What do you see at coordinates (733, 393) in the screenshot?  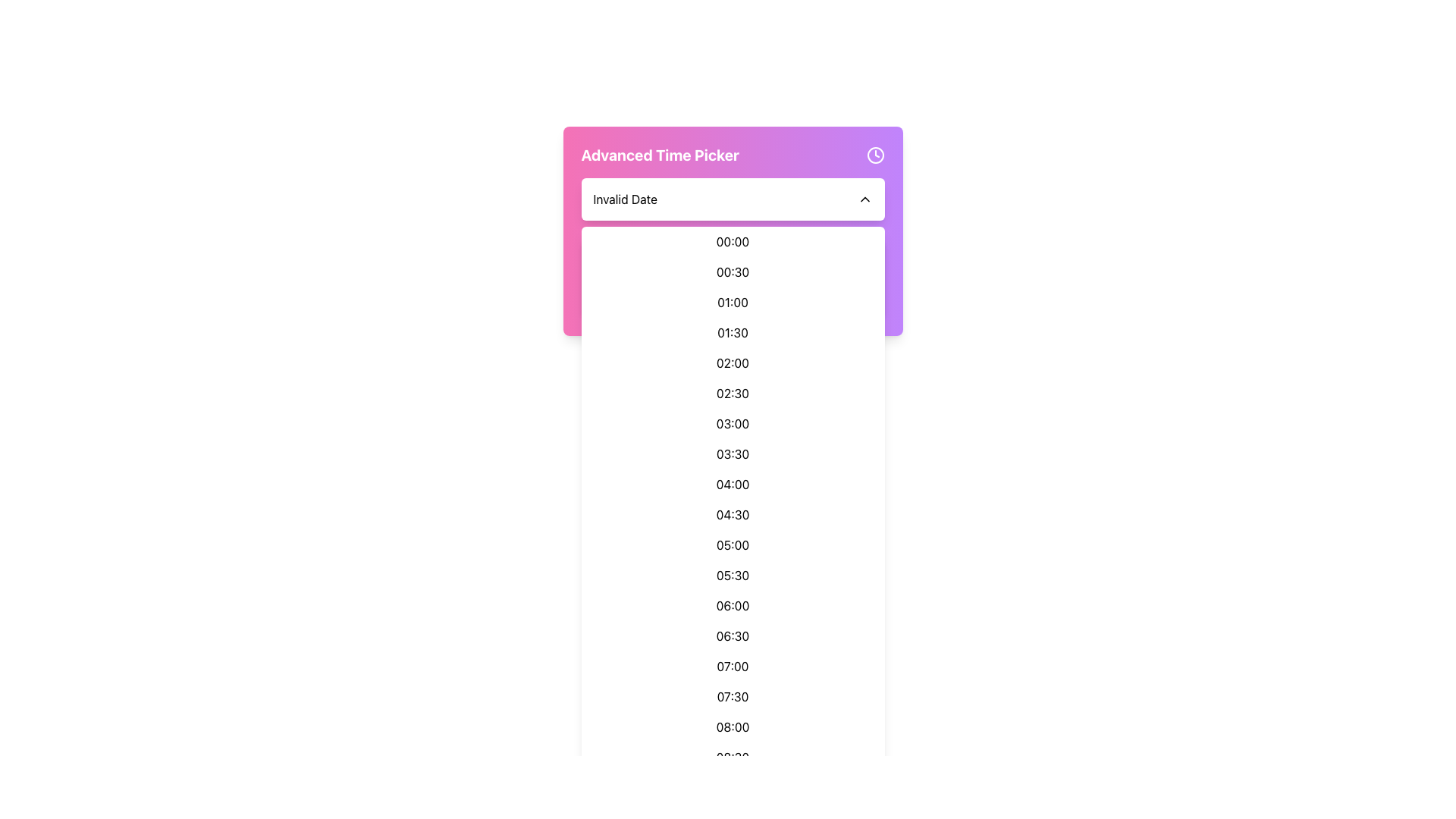 I see `the selectable list item displaying the time '02:30'` at bounding box center [733, 393].